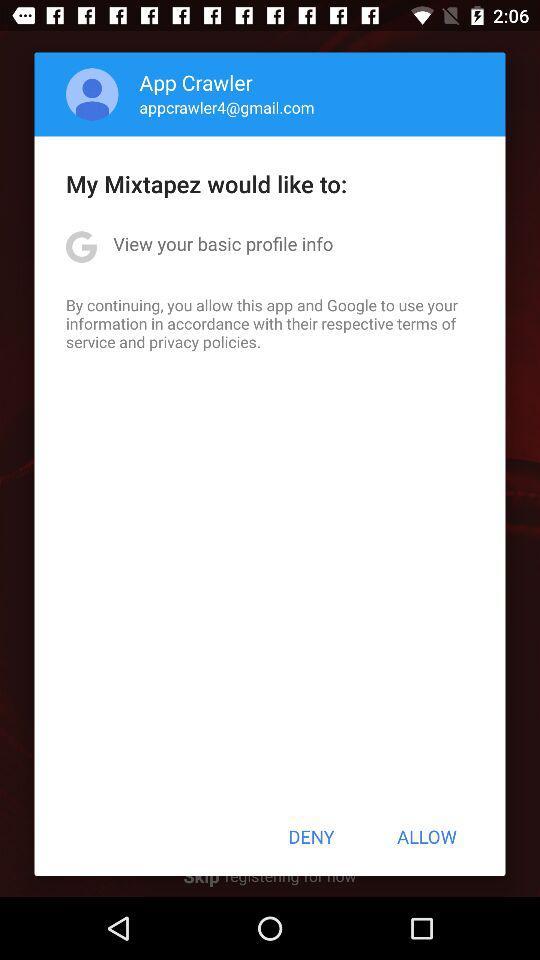 The height and width of the screenshot is (960, 540). I want to click on the app below the by continuing you app, so click(311, 836).